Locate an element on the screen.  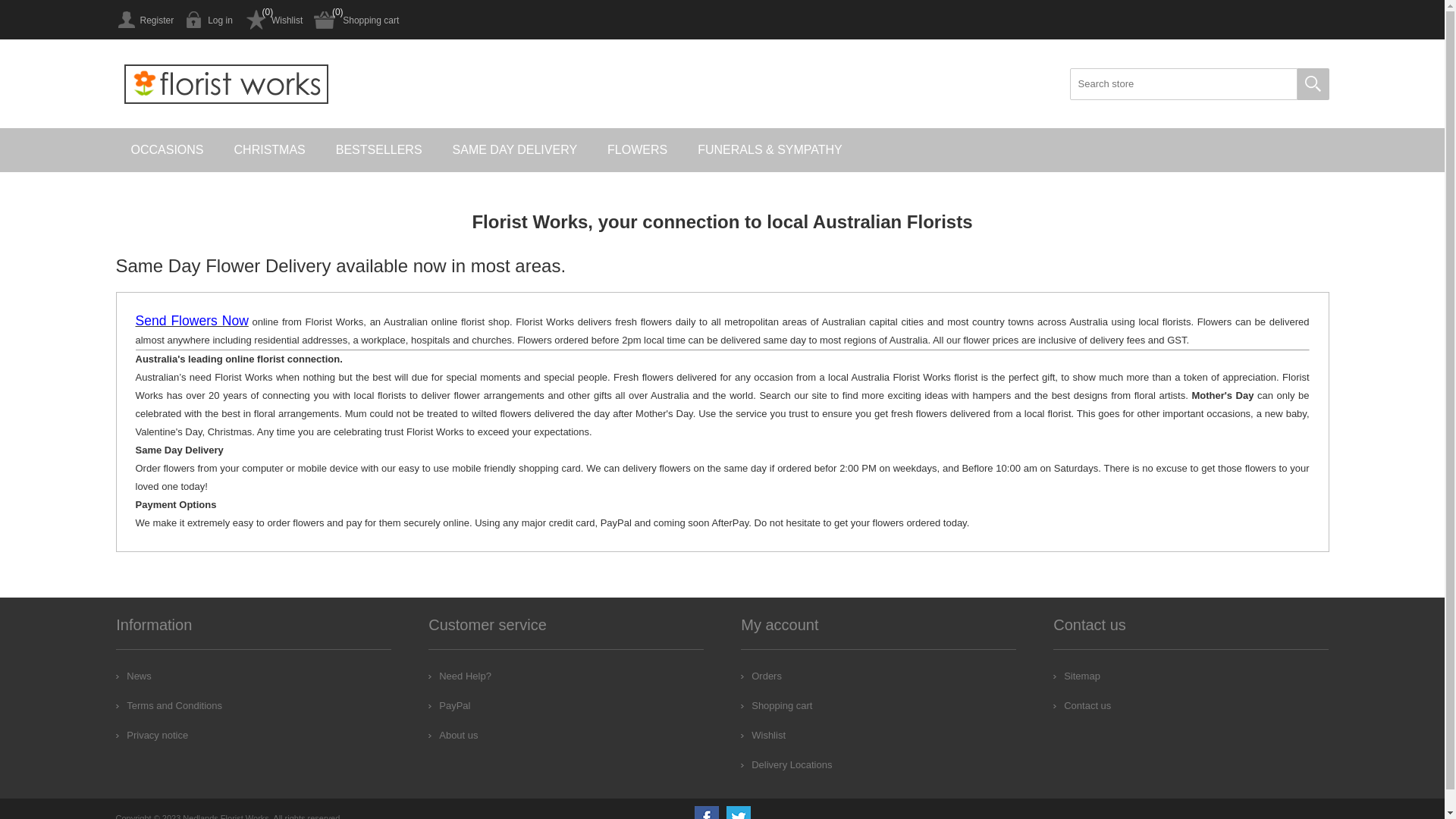
'Wishlist' is located at coordinates (273, 20).